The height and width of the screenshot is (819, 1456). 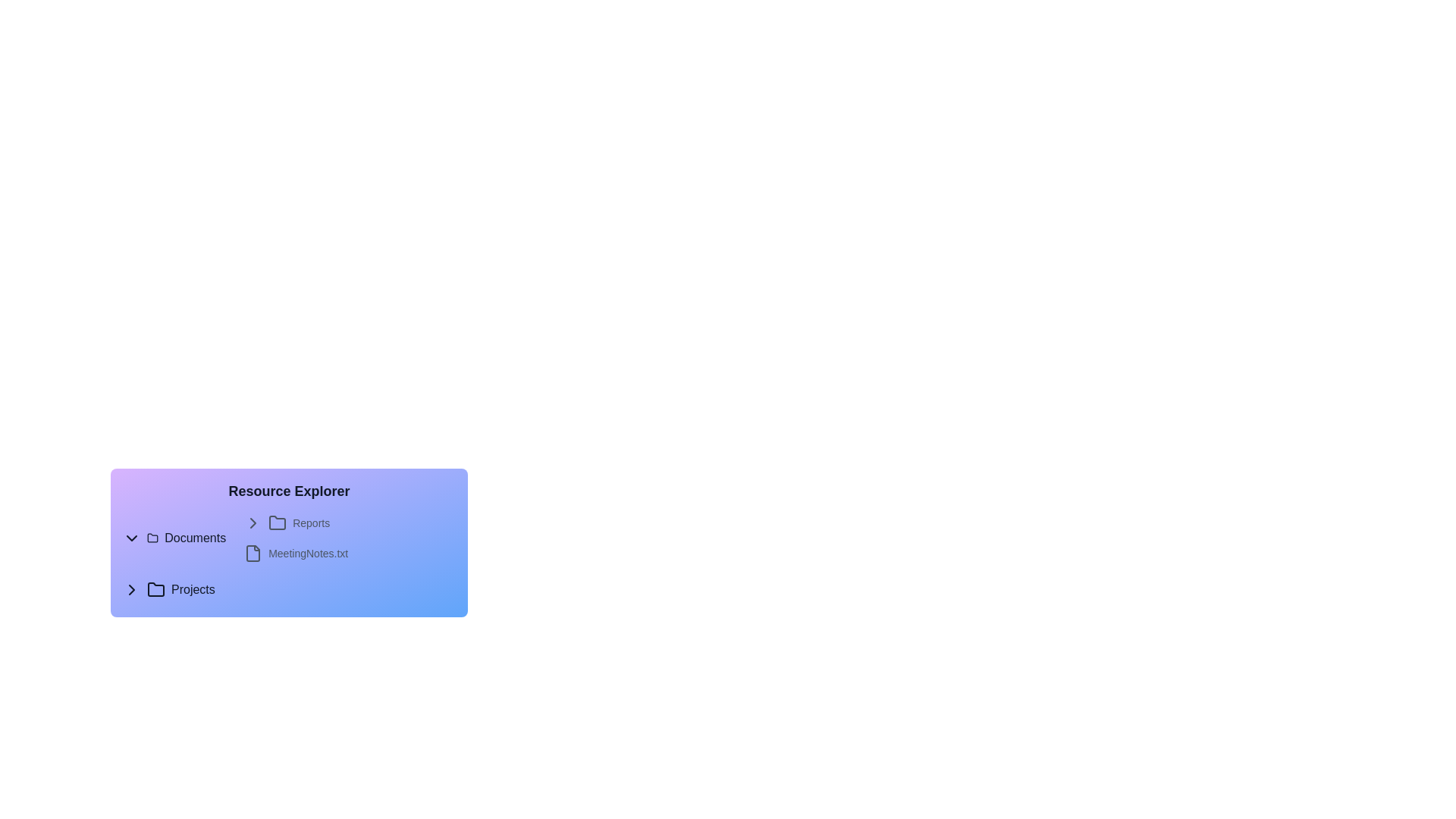 I want to click on the right-facing arrow icon located to the left of the folder icon representing 'Reports', so click(x=253, y=522).